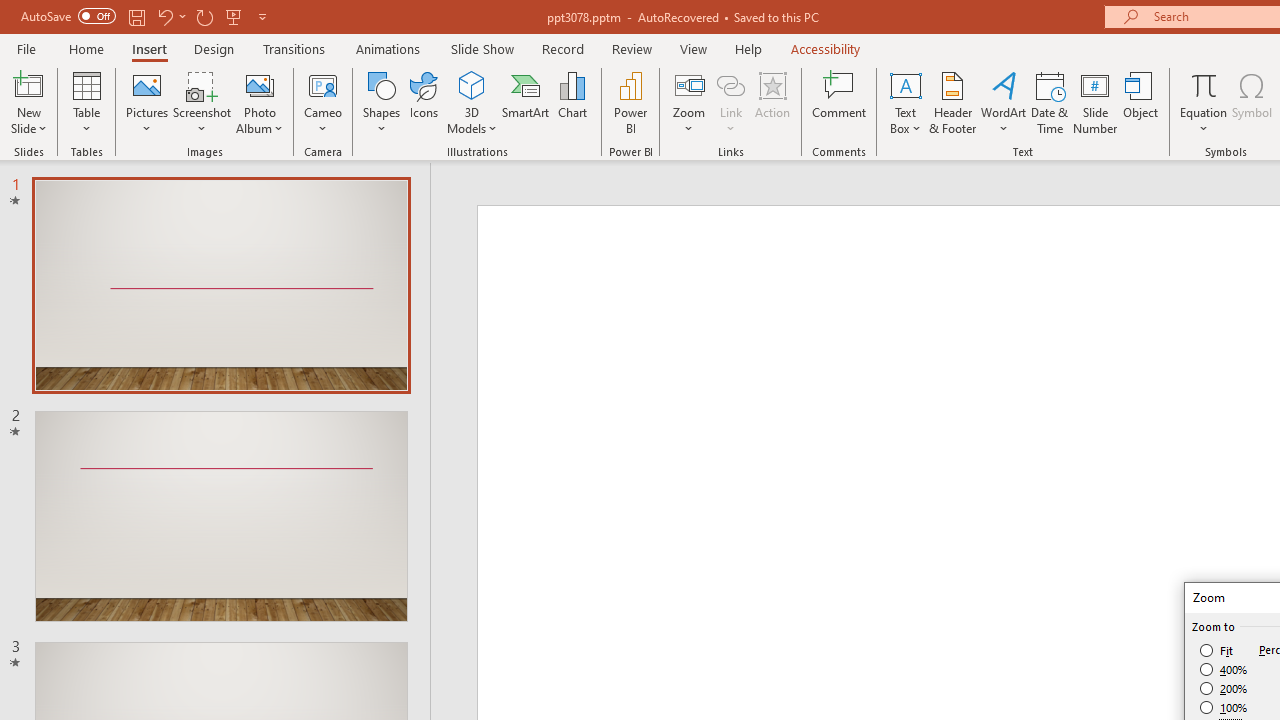 This screenshot has width=1280, height=720. What do you see at coordinates (1004, 103) in the screenshot?
I see `'WordArt'` at bounding box center [1004, 103].